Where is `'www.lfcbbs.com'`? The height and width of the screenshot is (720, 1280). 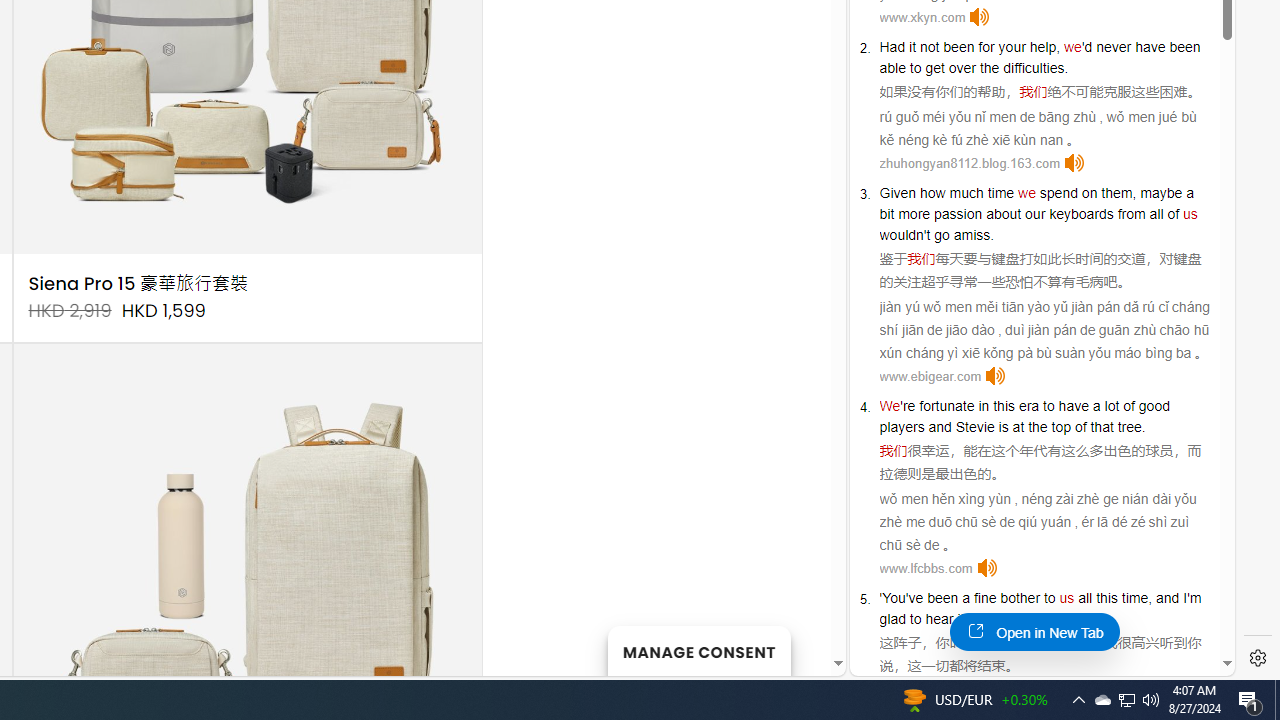 'www.lfcbbs.com' is located at coordinates (925, 568).